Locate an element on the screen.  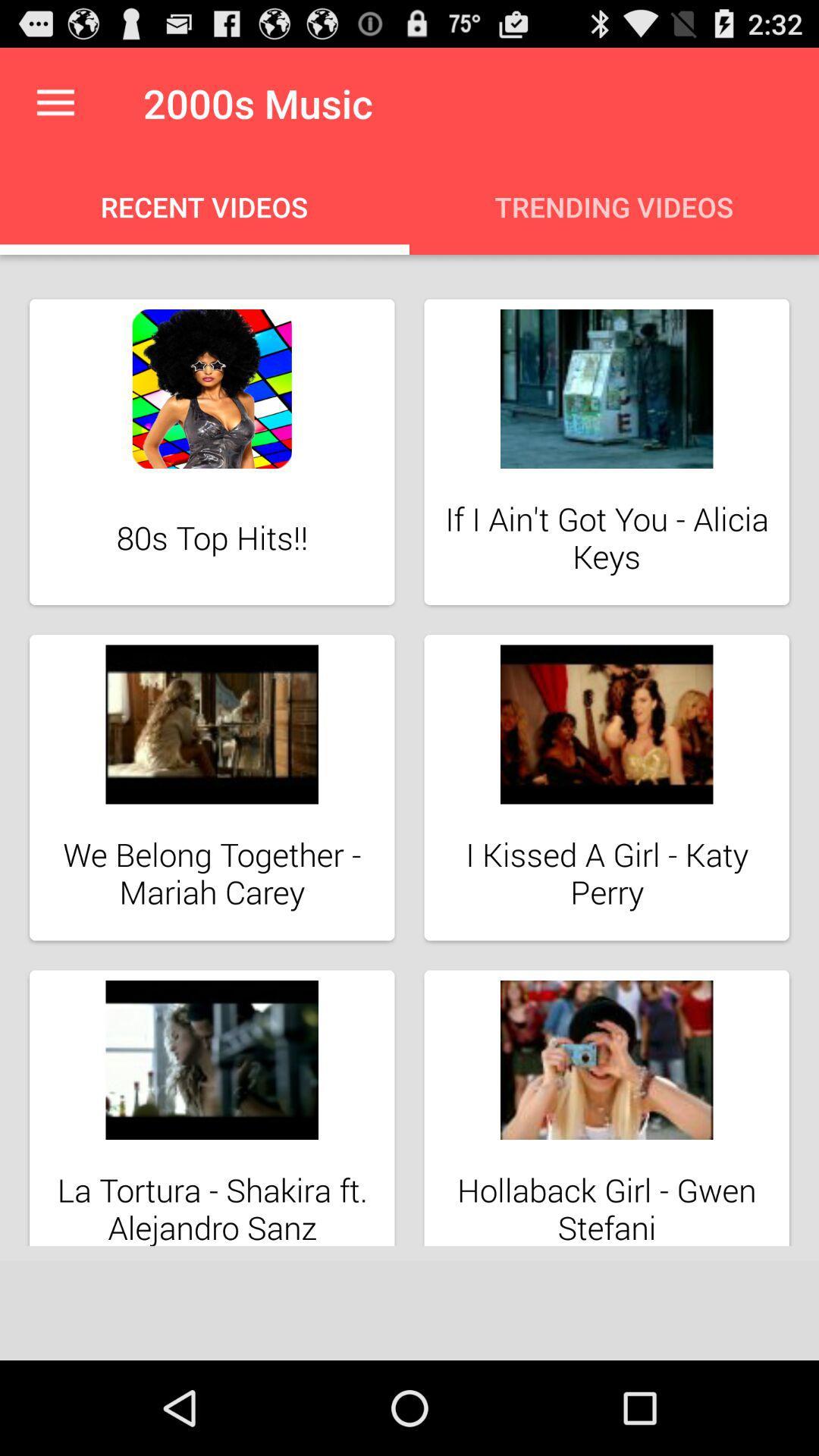
icon above if i aint got you  alicia keys is located at coordinates (606, 389).